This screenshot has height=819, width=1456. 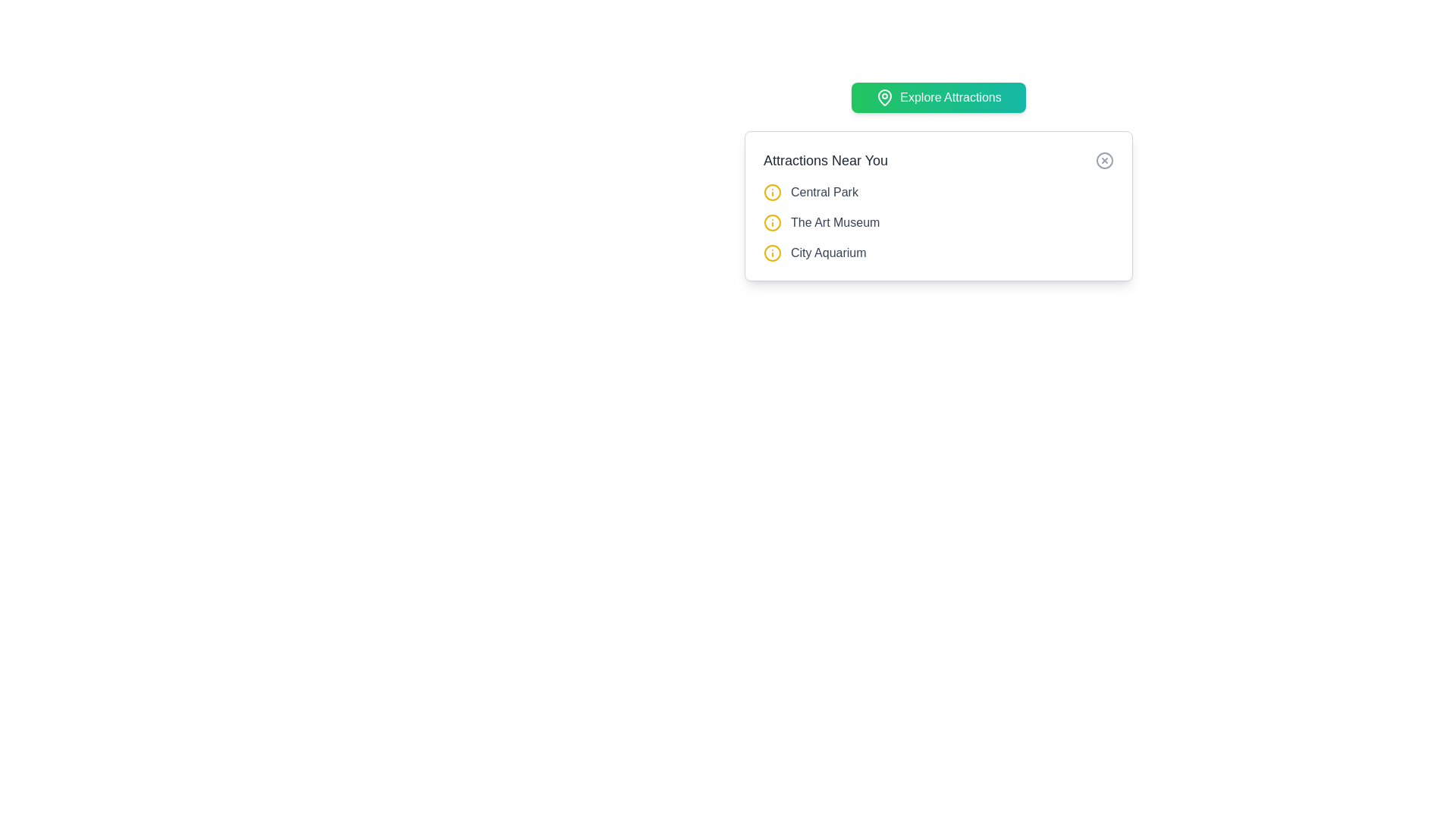 I want to click on text label representing the name of a location, which is the last item in a vertical list of attractions within a white floating card, positioned below 'The Art Museum', so click(x=827, y=253).